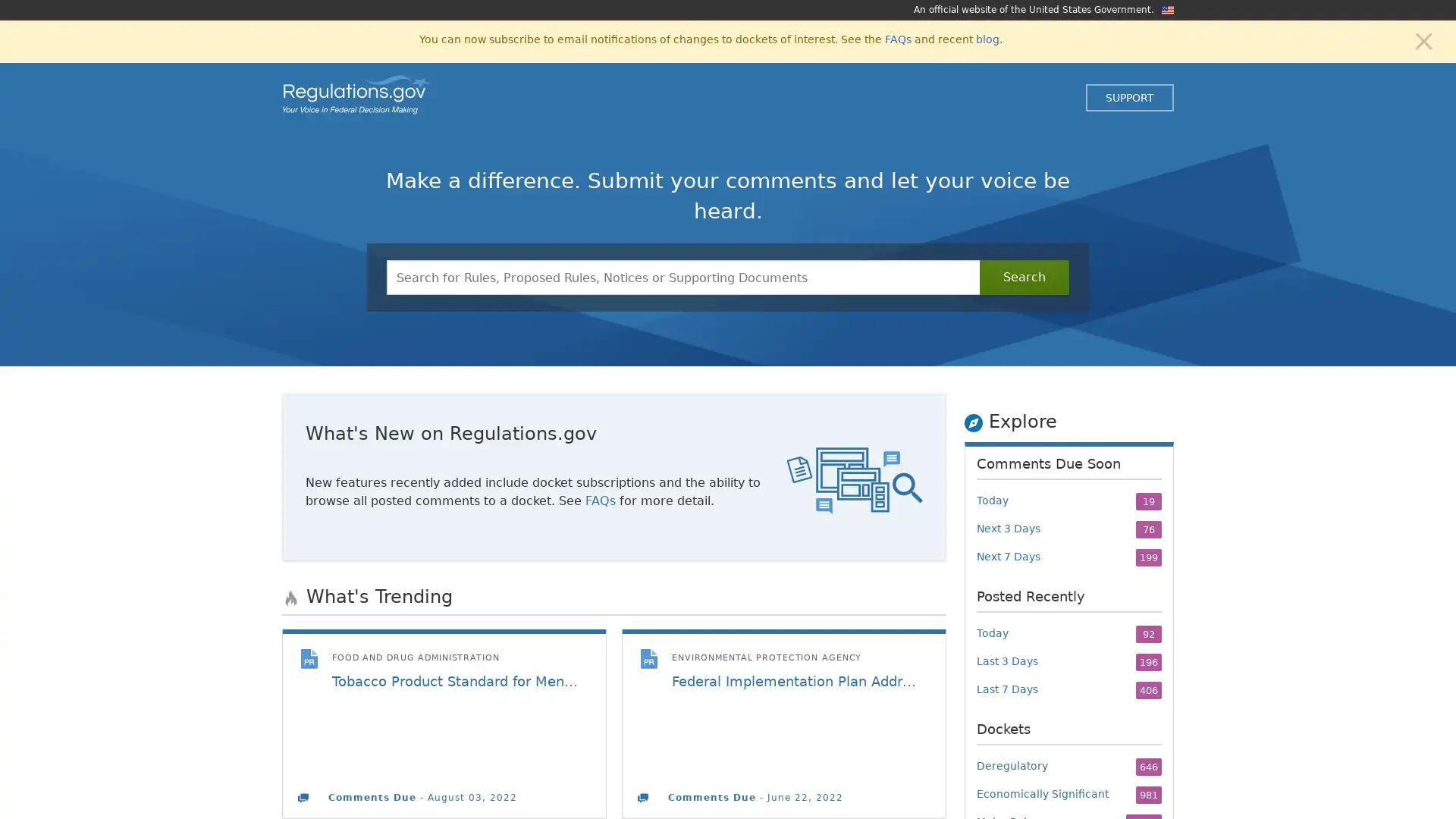  I want to click on Close, so click(1423, 39).